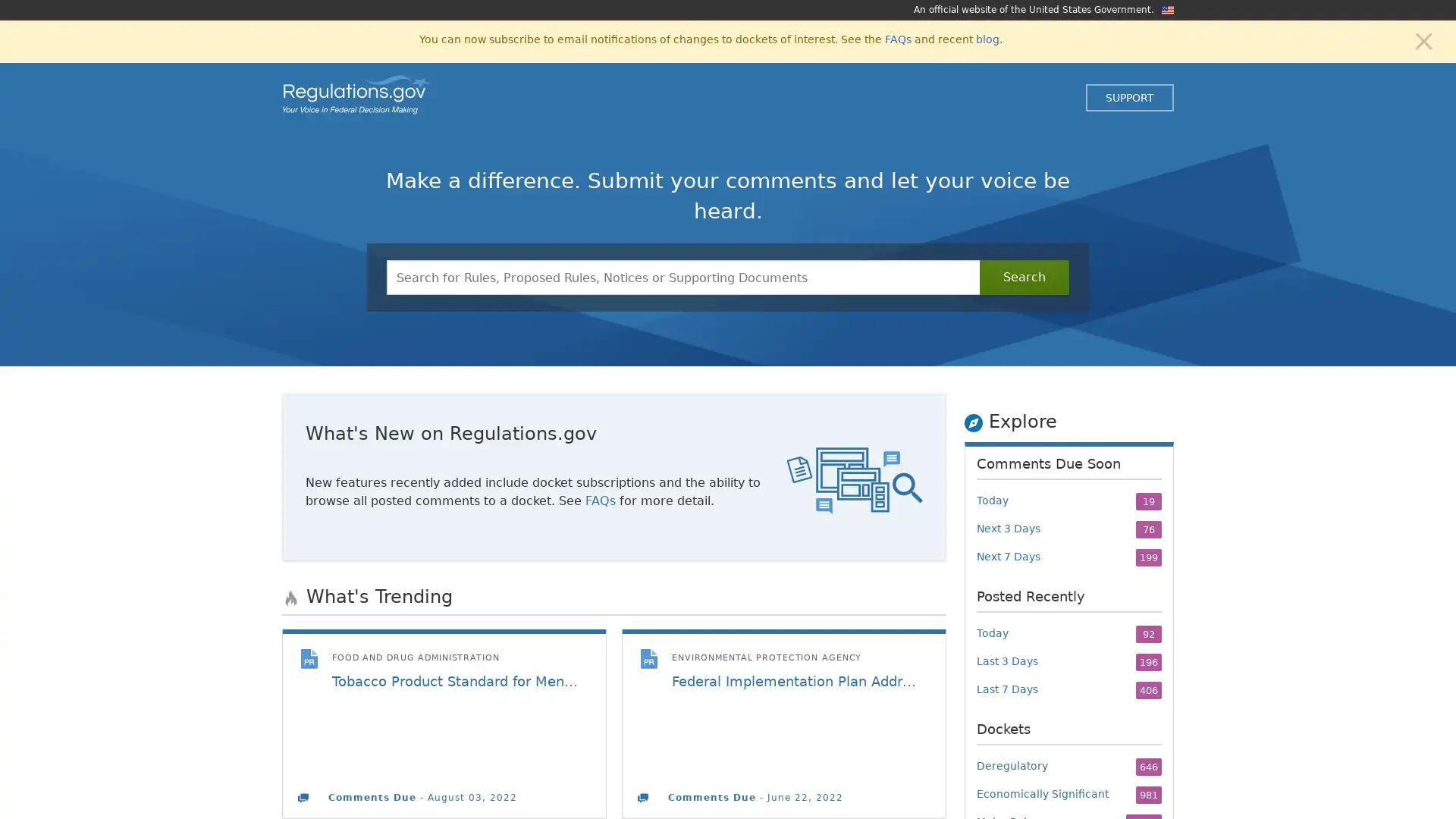  I want to click on Close, so click(1423, 39).